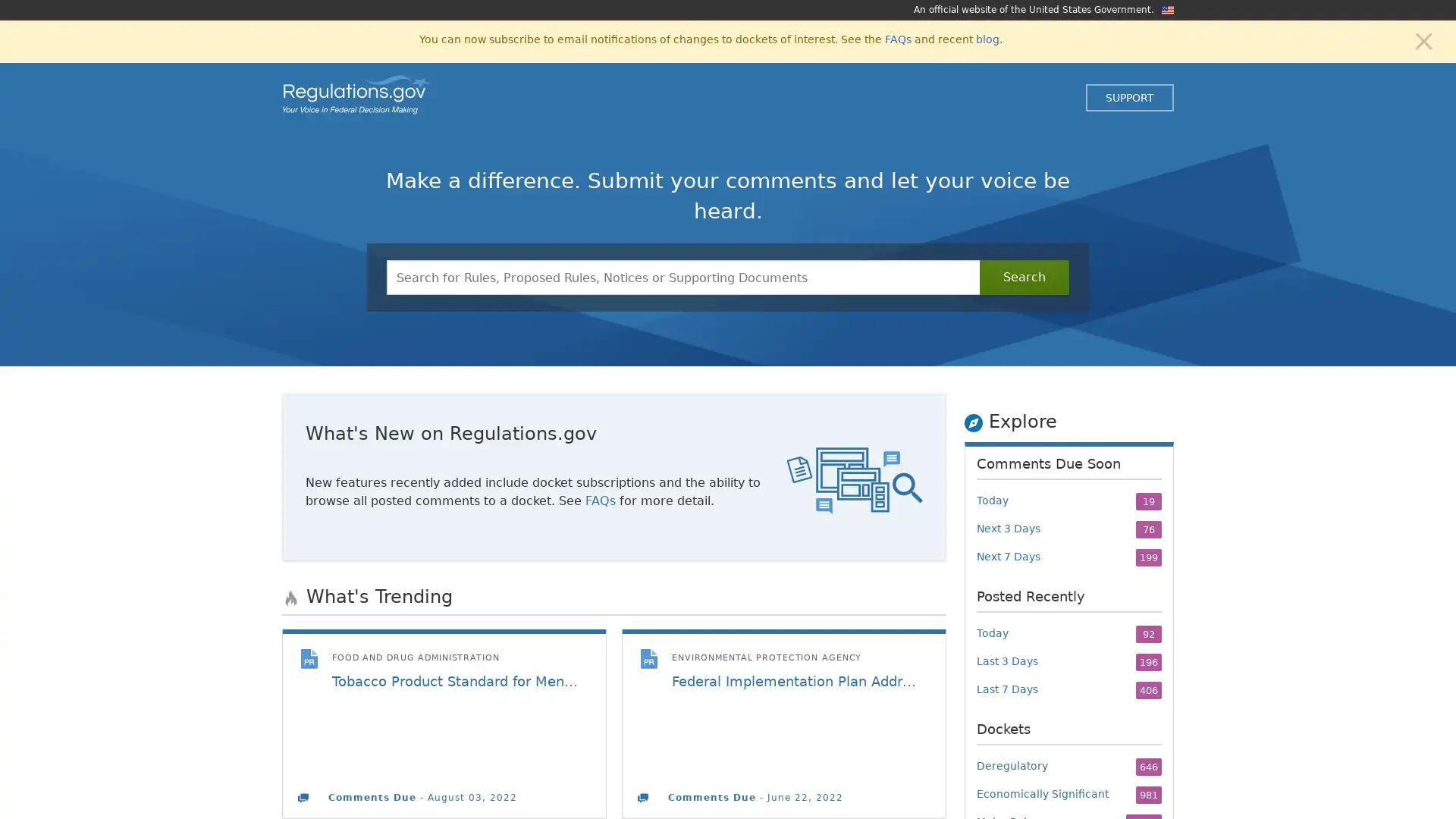  I want to click on Close, so click(1423, 39).